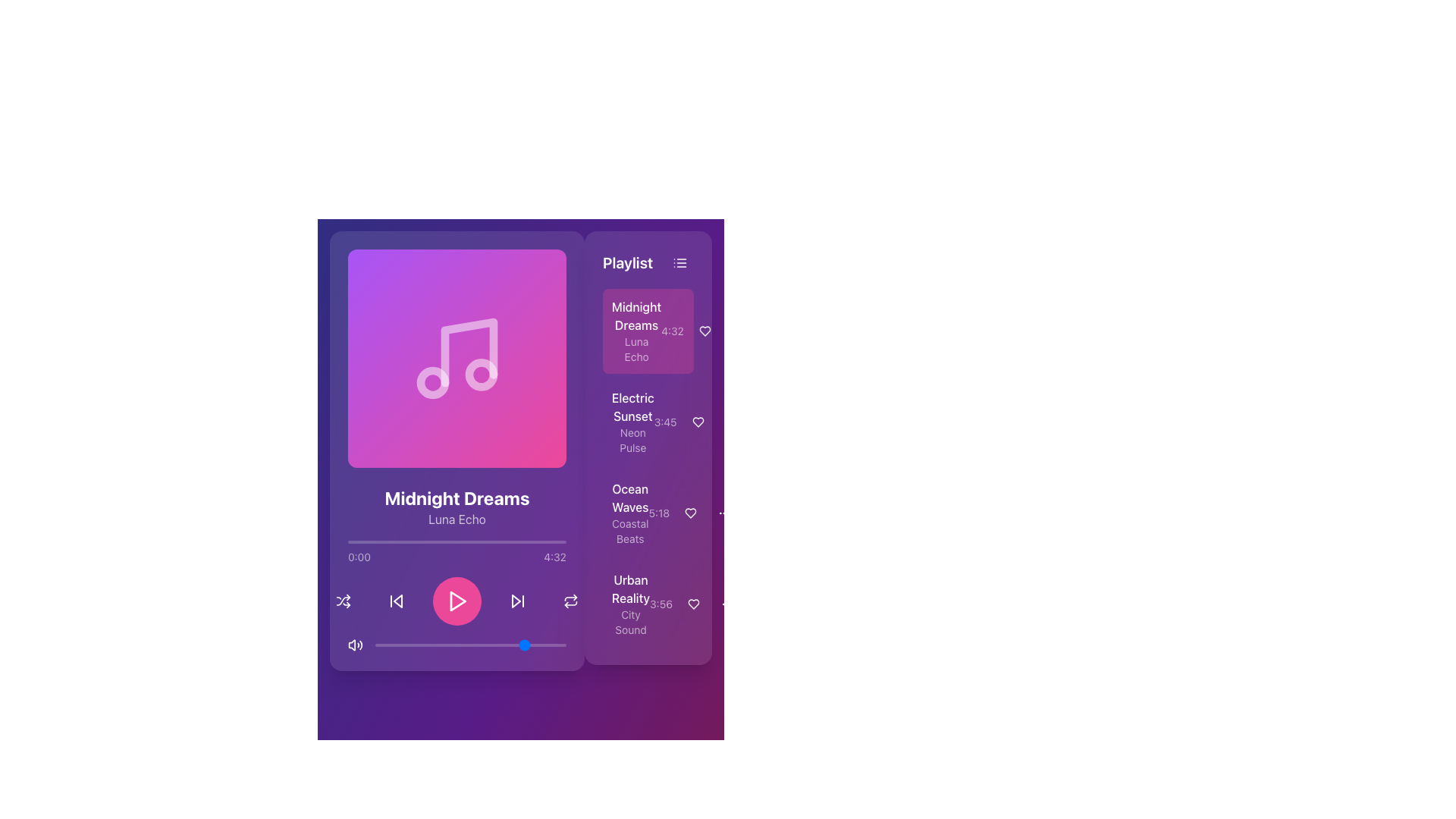 Image resolution: width=1456 pixels, height=819 pixels. I want to click on the third item in the playlist titled 'Ocean Waves', so click(648, 513).